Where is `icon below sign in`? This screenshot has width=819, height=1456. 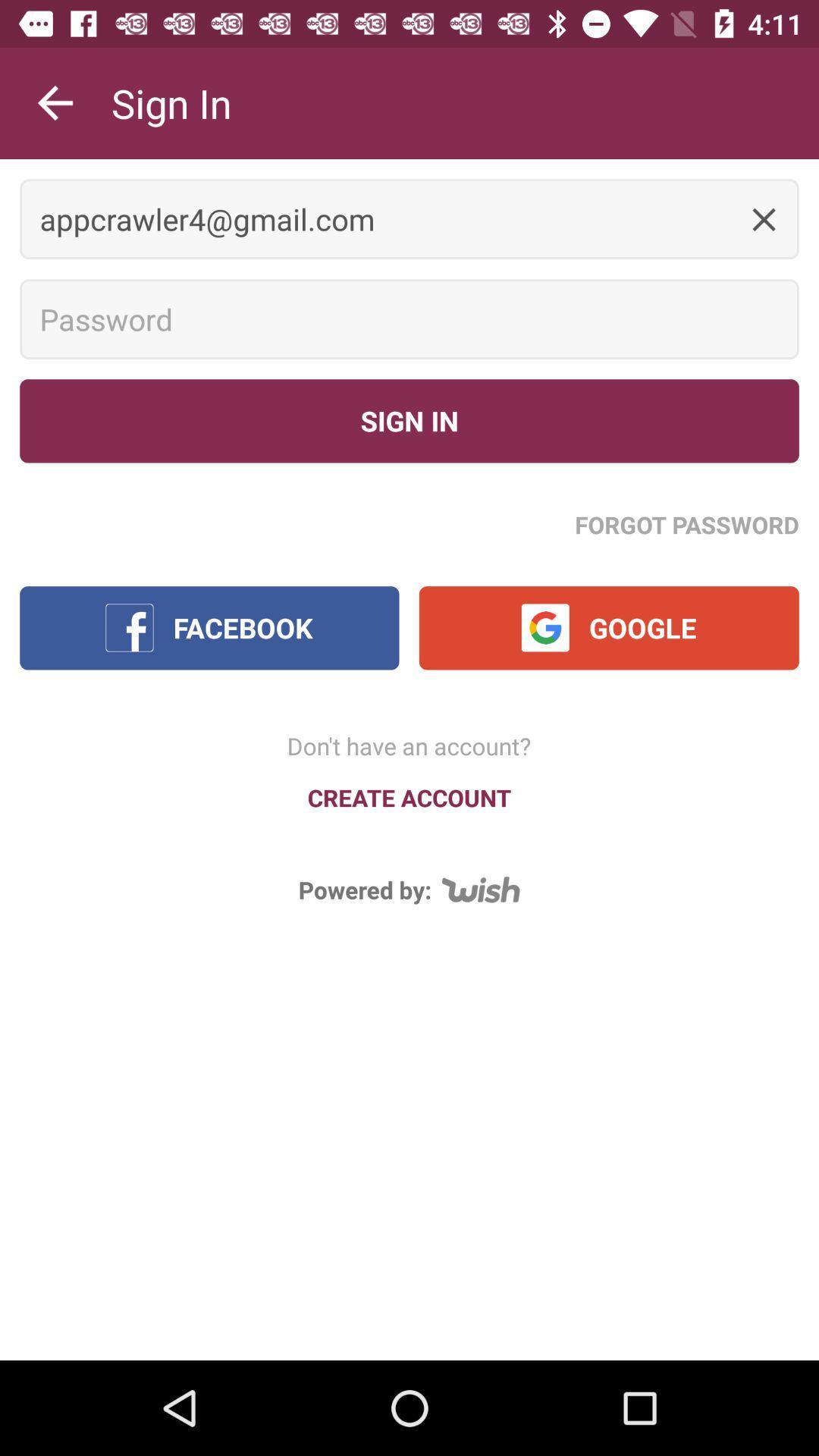 icon below sign in is located at coordinates (687, 524).